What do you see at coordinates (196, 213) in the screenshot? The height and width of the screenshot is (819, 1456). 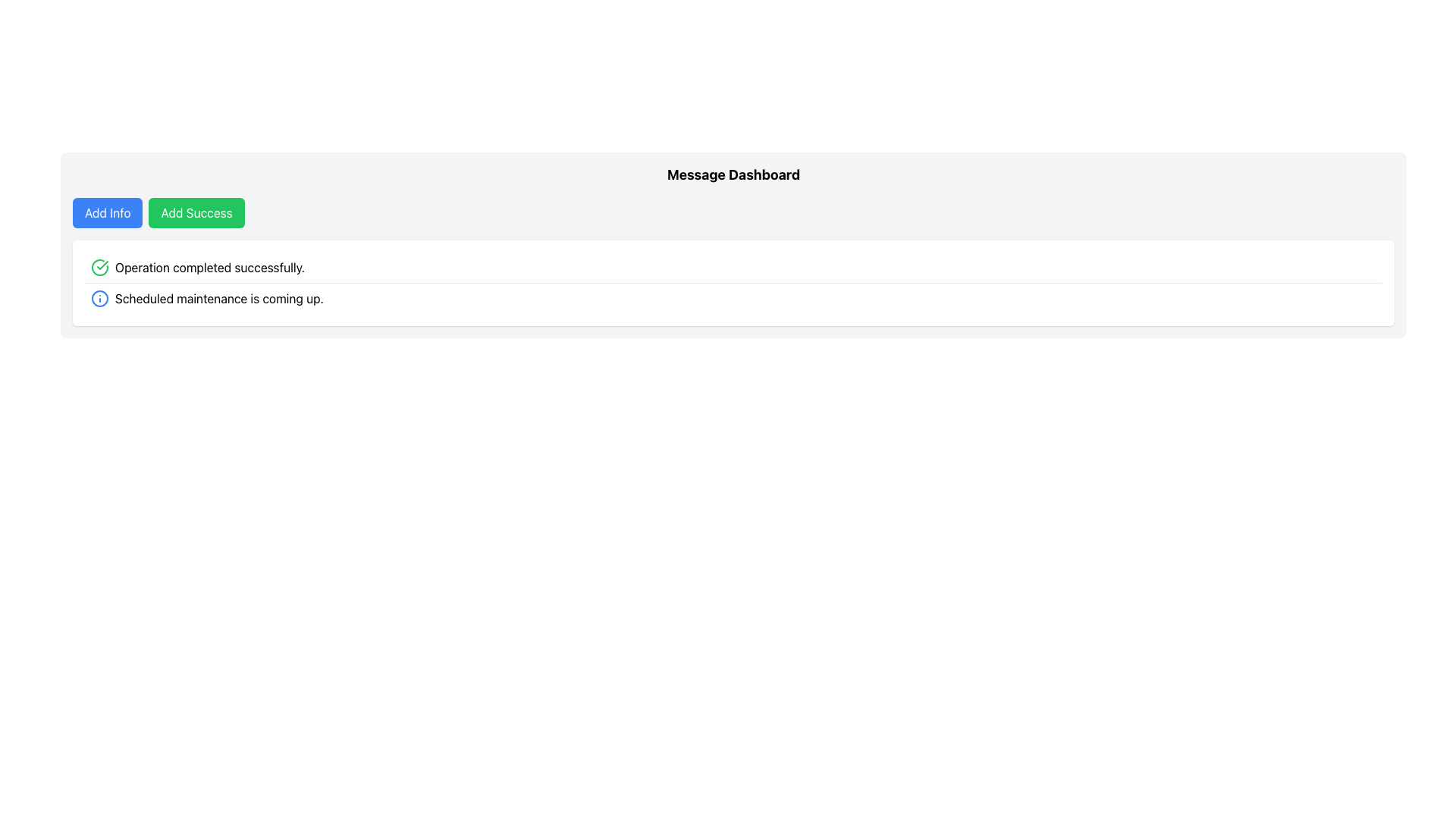 I see `the green rectangular button labeled 'Add Success'` at bounding box center [196, 213].